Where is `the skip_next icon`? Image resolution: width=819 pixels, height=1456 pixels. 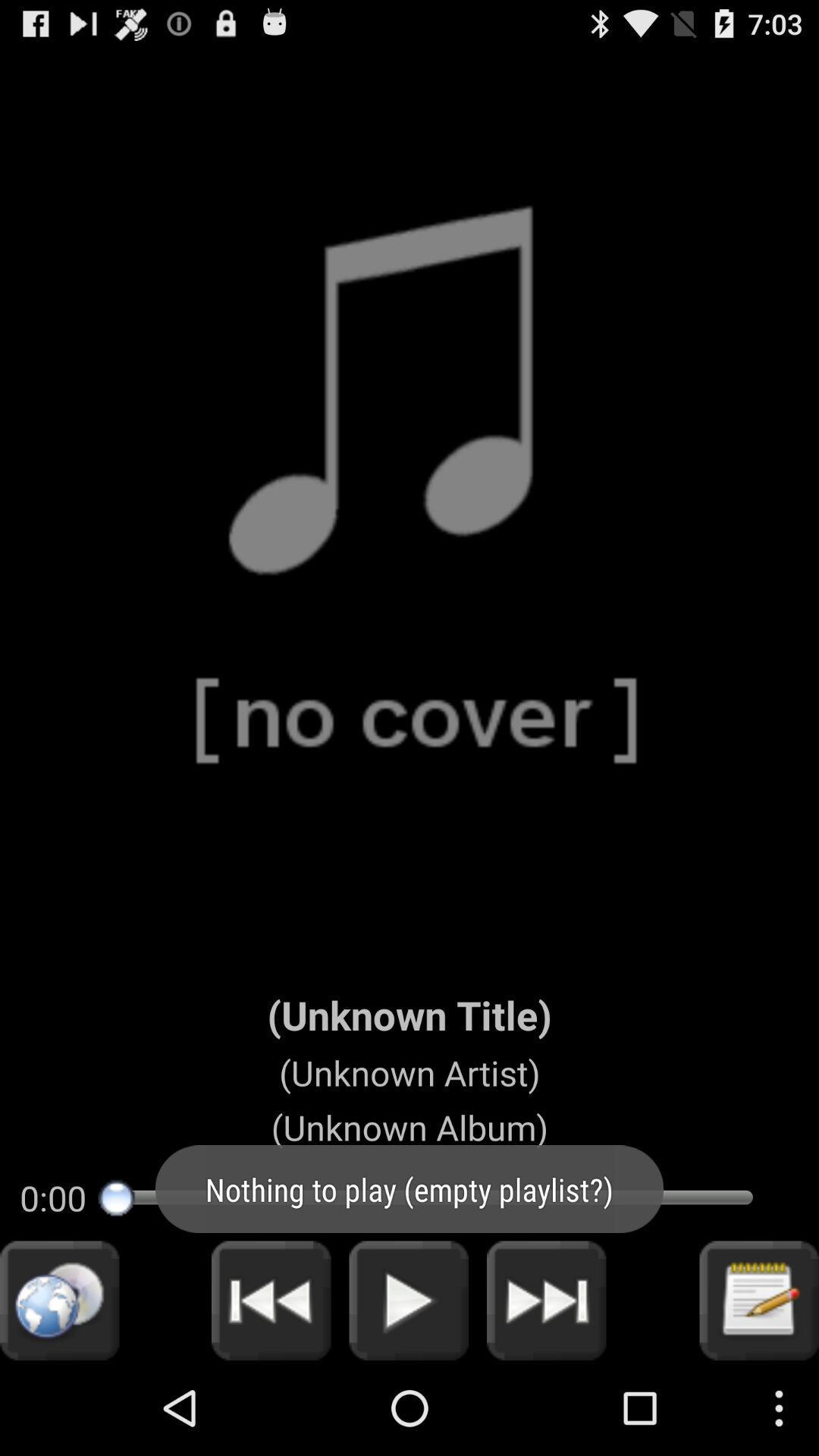 the skip_next icon is located at coordinates (546, 1392).